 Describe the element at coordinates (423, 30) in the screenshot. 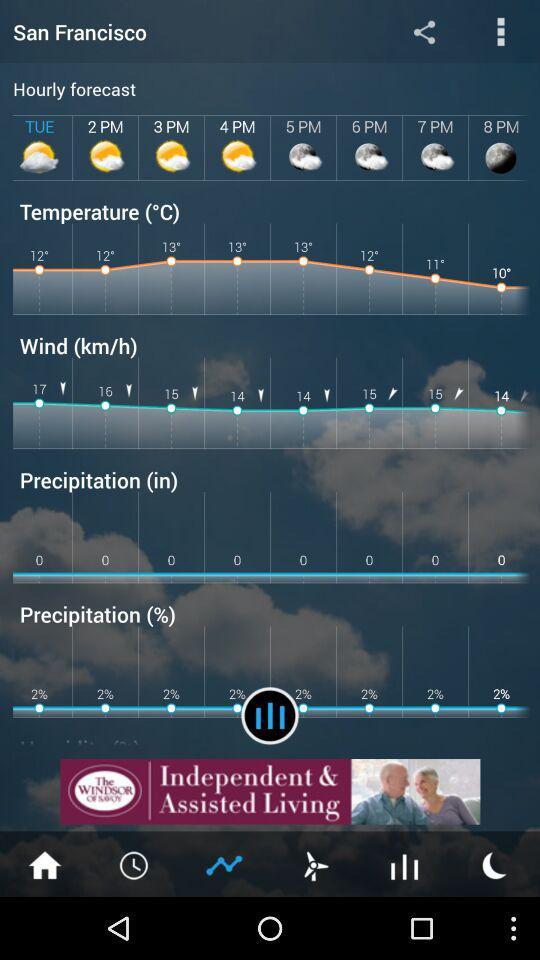

I see `share the information` at that location.